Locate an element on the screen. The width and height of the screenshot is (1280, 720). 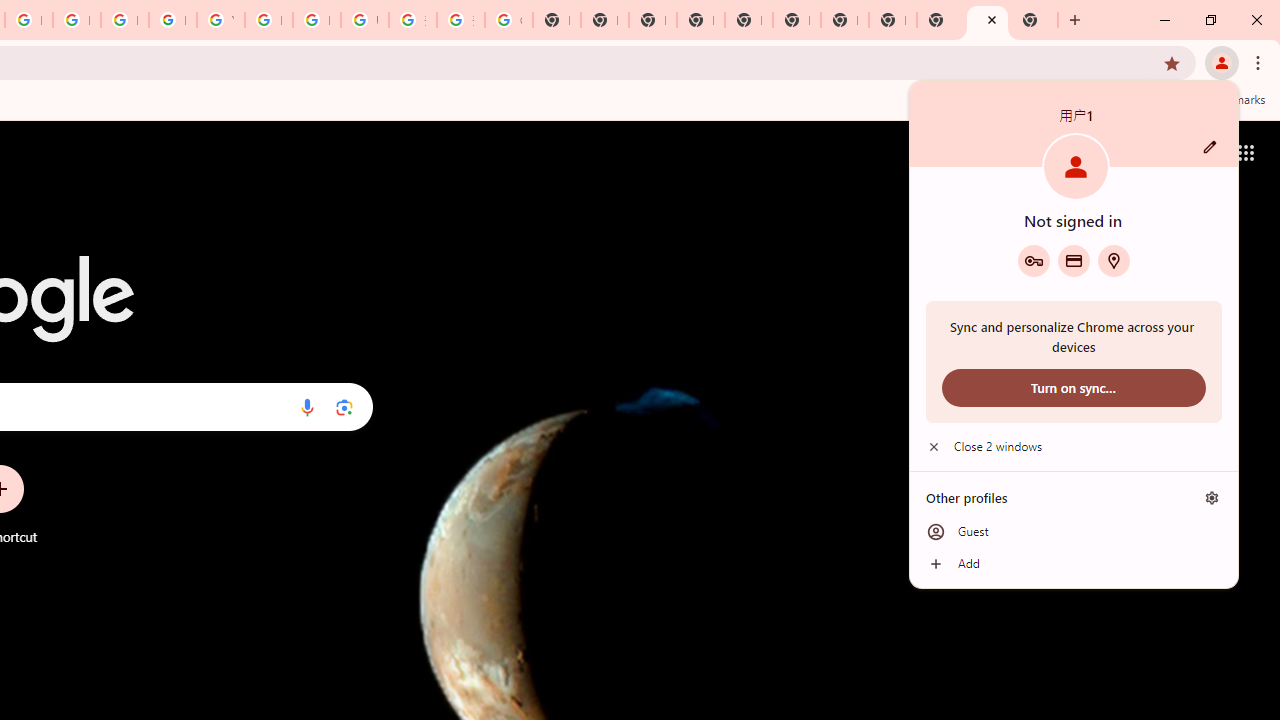
'Manage profiles' is located at coordinates (1211, 497).